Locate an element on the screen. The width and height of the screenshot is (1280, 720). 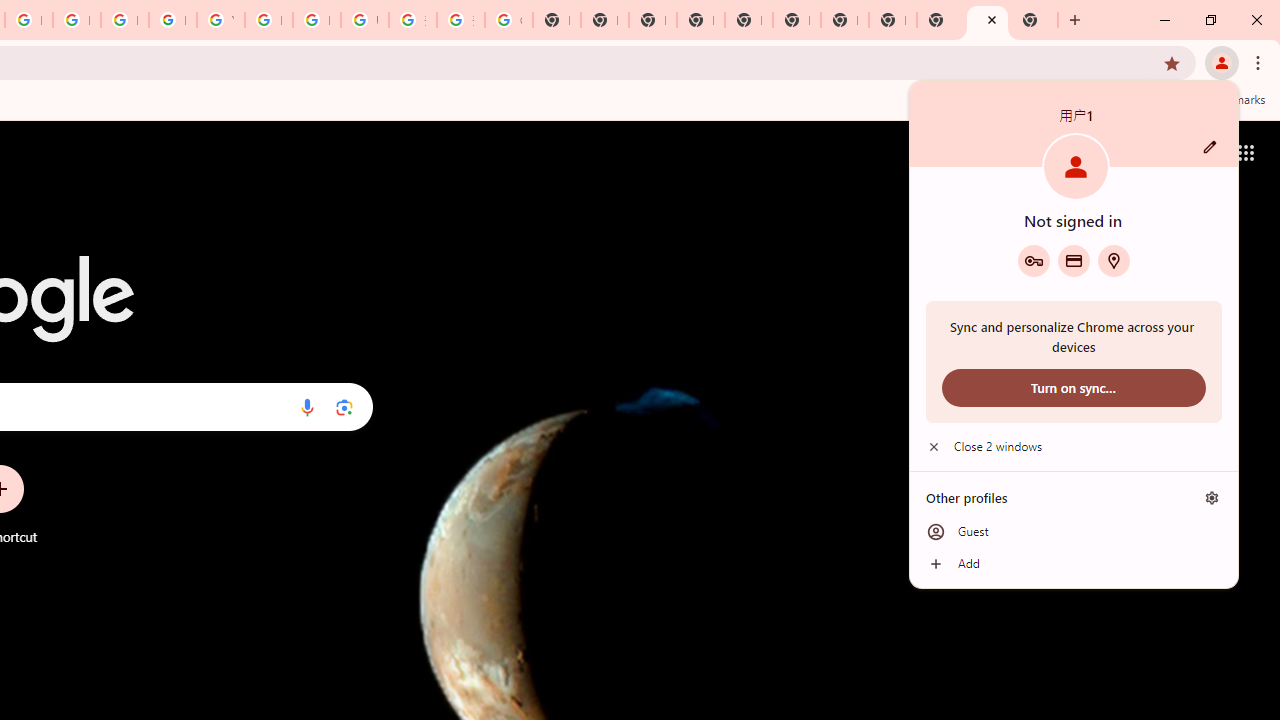
'Manage profiles' is located at coordinates (1211, 497).